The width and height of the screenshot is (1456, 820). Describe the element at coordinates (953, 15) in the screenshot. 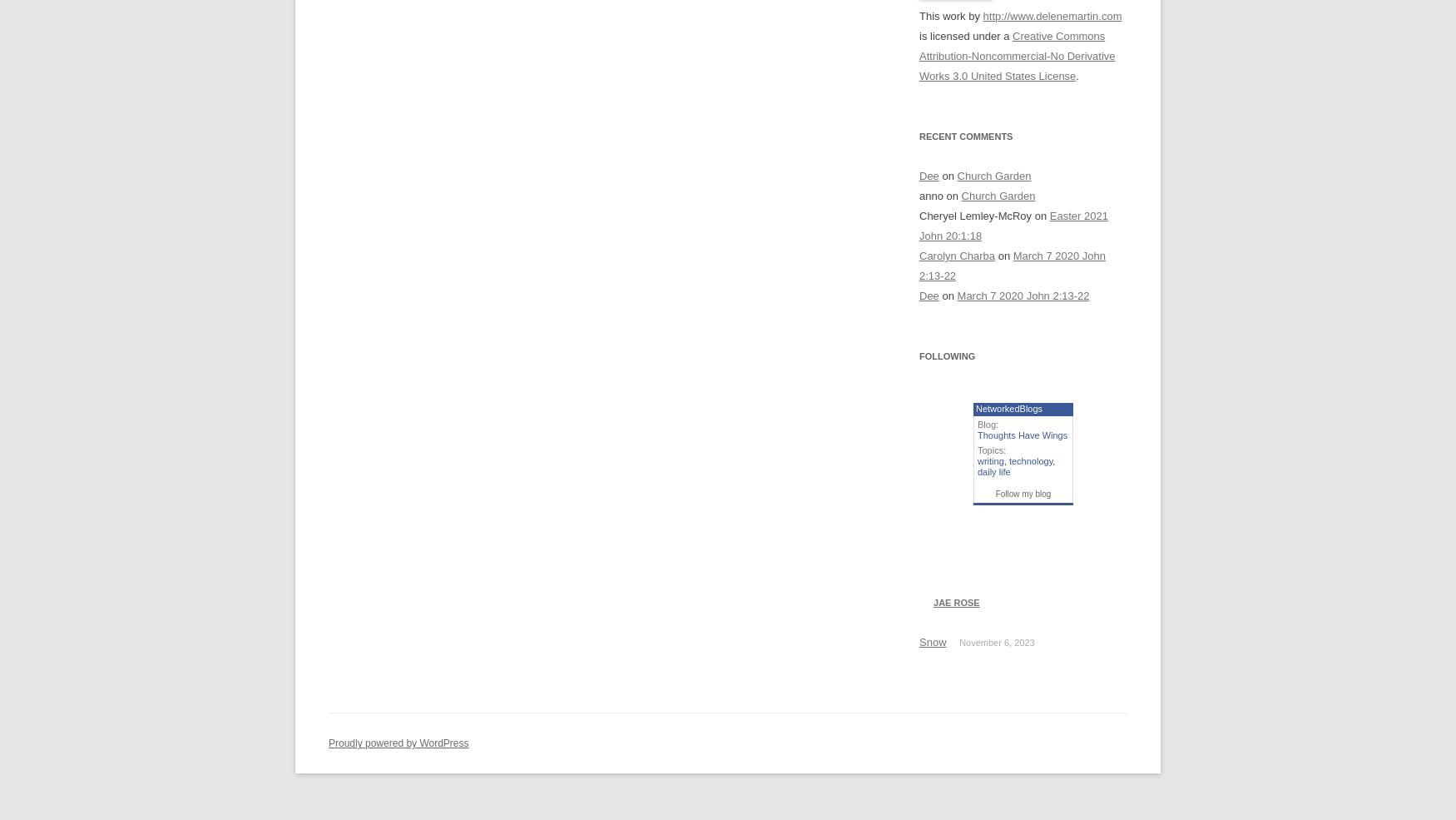

I see `'work'` at that location.